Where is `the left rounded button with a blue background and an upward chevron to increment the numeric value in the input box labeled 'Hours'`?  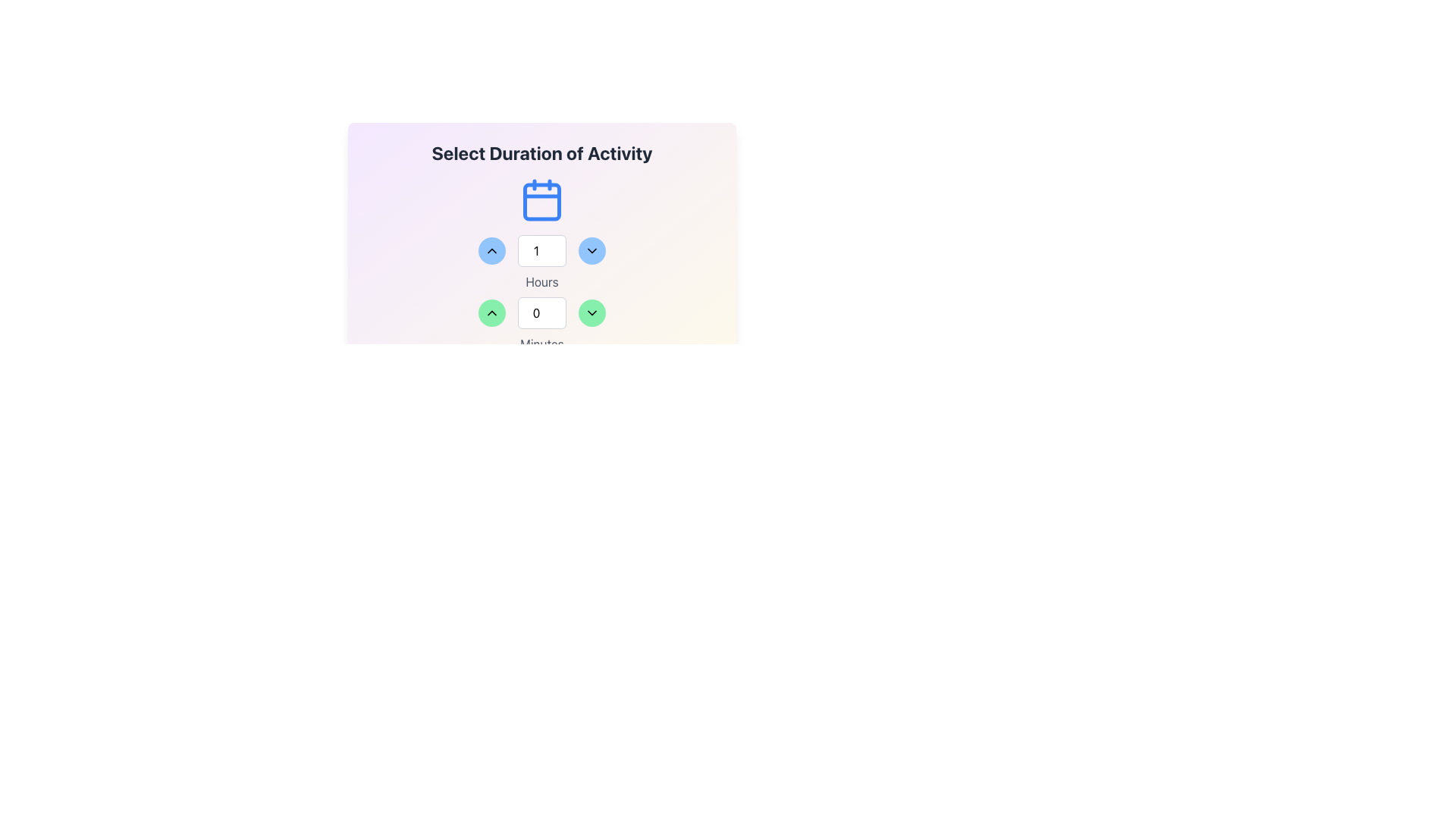
the left rounded button with a blue background and an upward chevron to increment the numeric value in the input box labeled 'Hours' is located at coordinates (491, 250).